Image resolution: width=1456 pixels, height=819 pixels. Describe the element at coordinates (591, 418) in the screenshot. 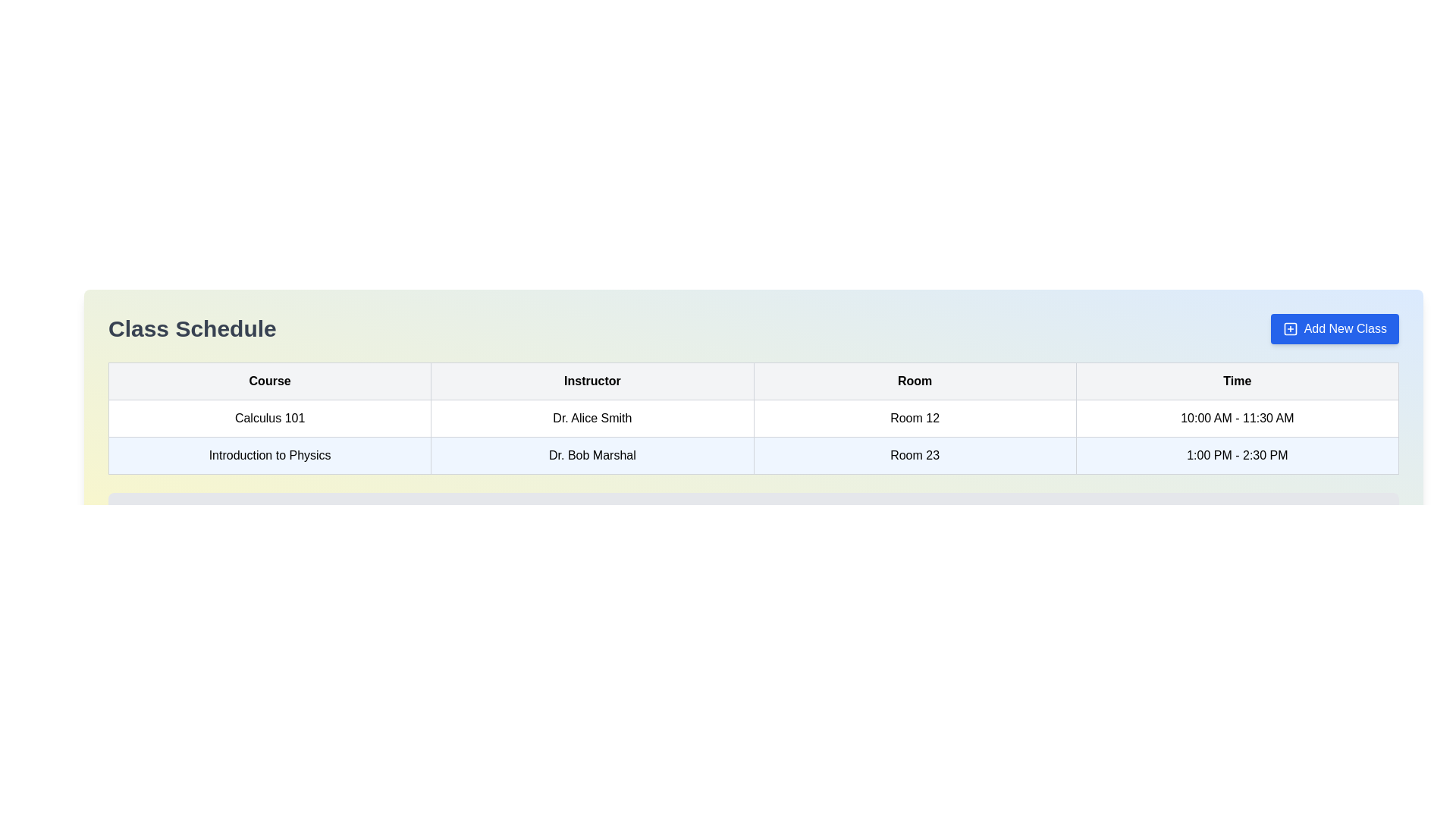

I see `the text label displaying 'Dr. Alice Smith' in the second column of the first row of the table under the 'Instructor' header` at that location.